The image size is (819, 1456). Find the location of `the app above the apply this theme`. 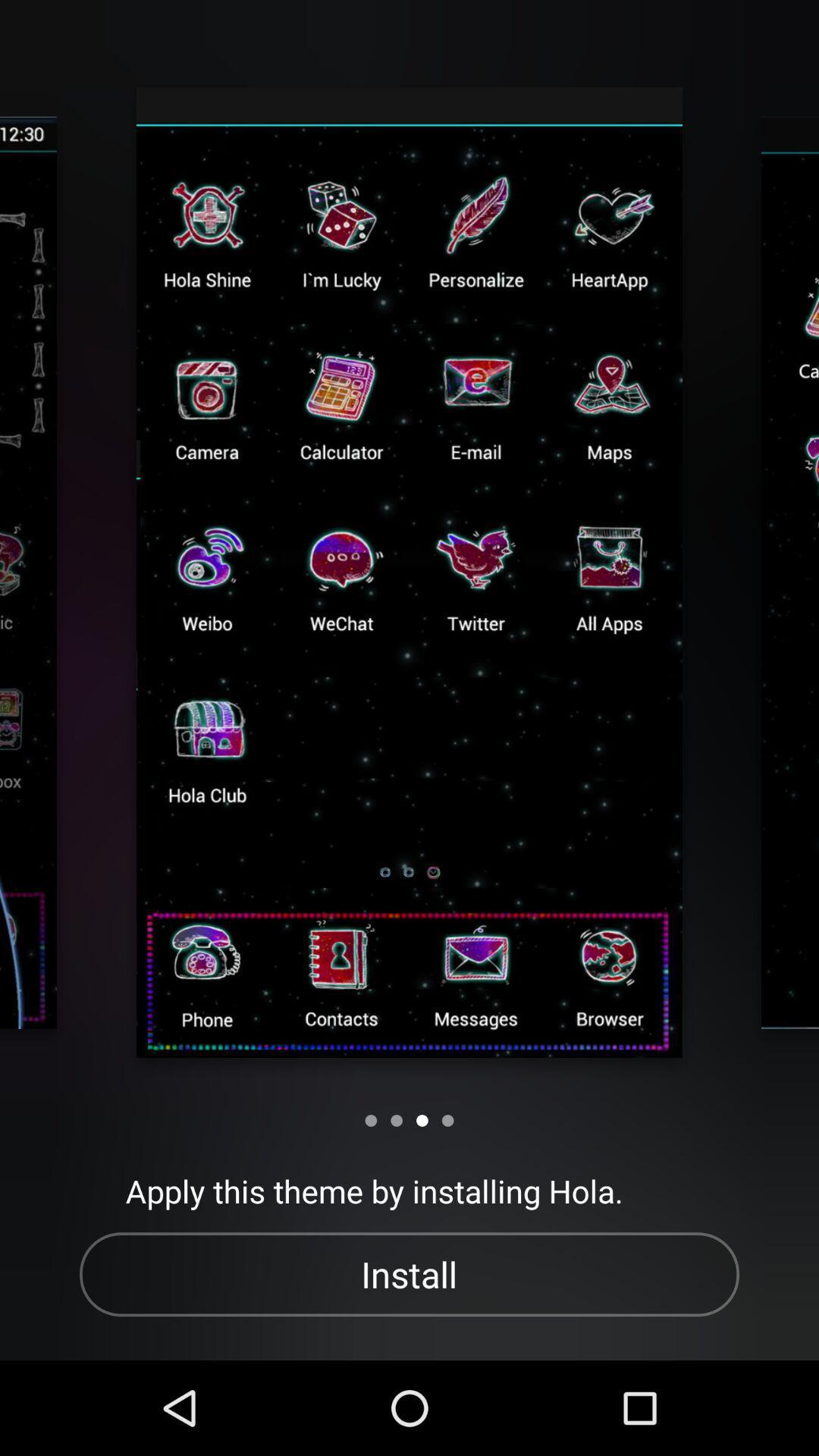

the app above the apply this theme is located at coordinates (396, 1120).